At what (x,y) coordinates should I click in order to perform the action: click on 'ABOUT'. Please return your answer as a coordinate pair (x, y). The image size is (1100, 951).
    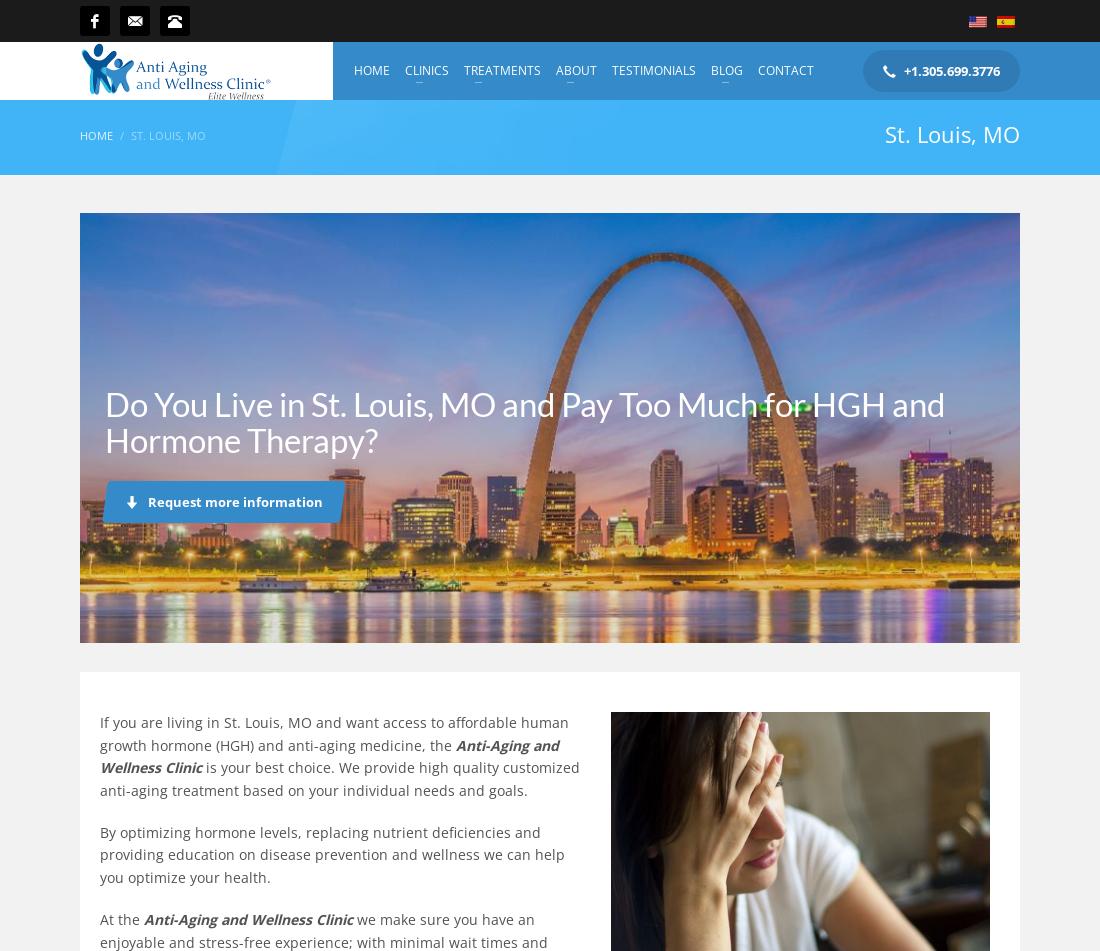
    Looking at the image, I should click on (553, 70).